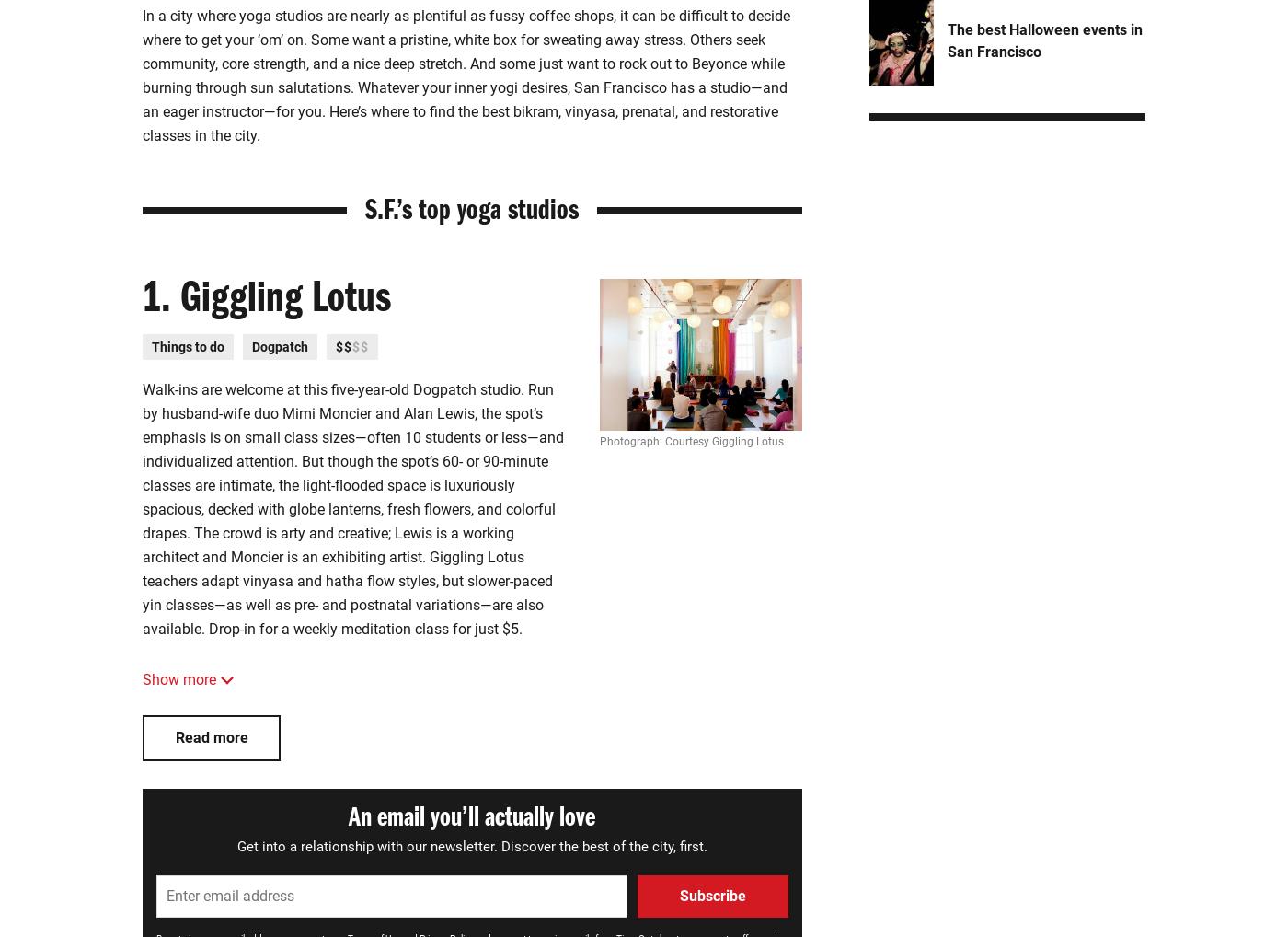 The width and height of the screenshot is (1288, 937). Describe the element at coordinates (466, 75) in the screenshot. I see `'In a city where yoga studios are nearly as plentiful as fussy coffee shops, it can be difficult to decide where to get your ‘om’ on. Some want a pristine, white box for sweating away stress. Others seek community, core strength, and a nice deep stretch. And some just want to rock out to Beyonce while burning through sun salutations. Whatever your inner yogi desires, San Francisco has a studio—and an eager instructor—for you. Here’s where to find the best bikram, vinyasa, prenatal, and restorative classes in the city.'` at that location.